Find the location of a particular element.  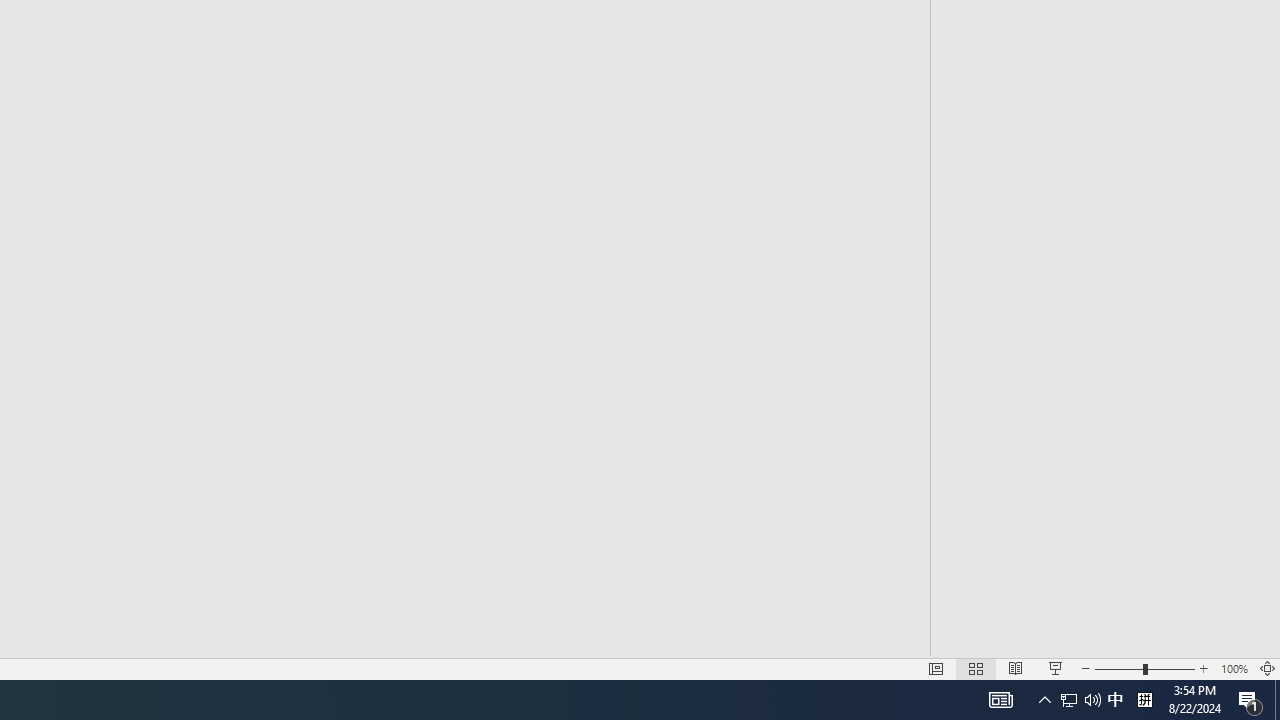

'Zoom 100%' is located at coordinates (1233, 669).